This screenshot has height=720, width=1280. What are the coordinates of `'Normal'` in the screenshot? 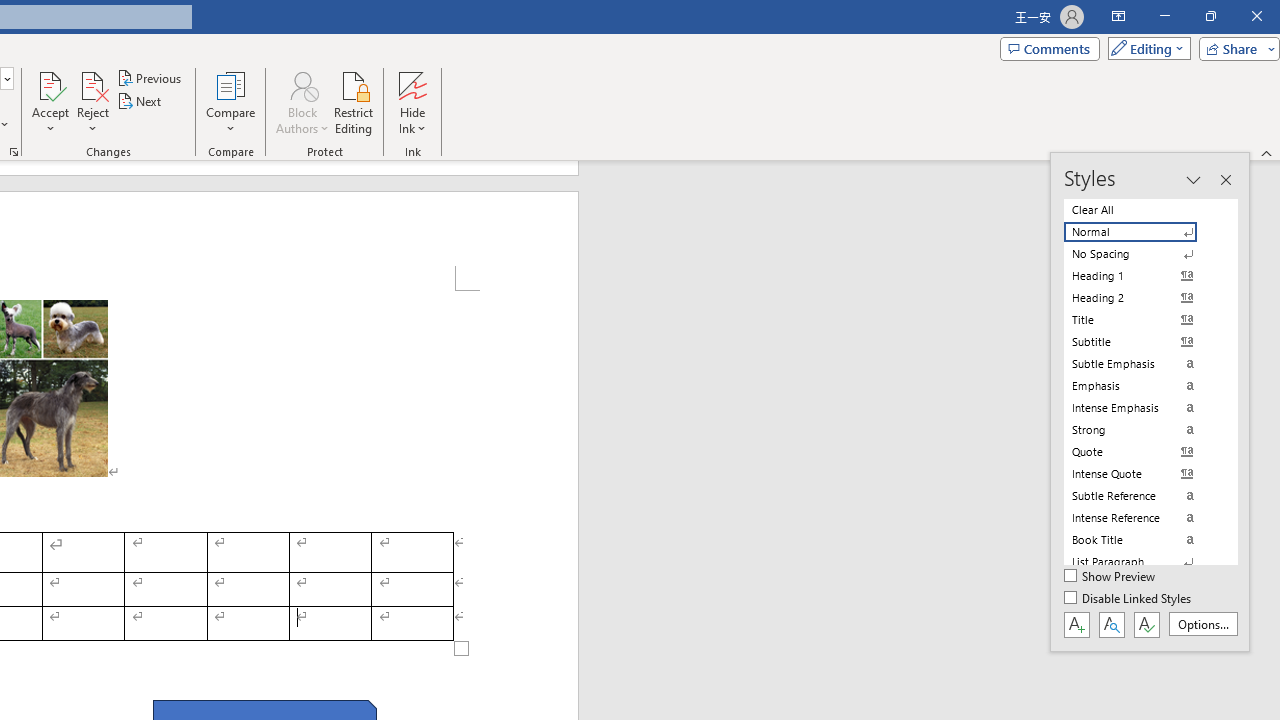 It's located at (1142, 231).